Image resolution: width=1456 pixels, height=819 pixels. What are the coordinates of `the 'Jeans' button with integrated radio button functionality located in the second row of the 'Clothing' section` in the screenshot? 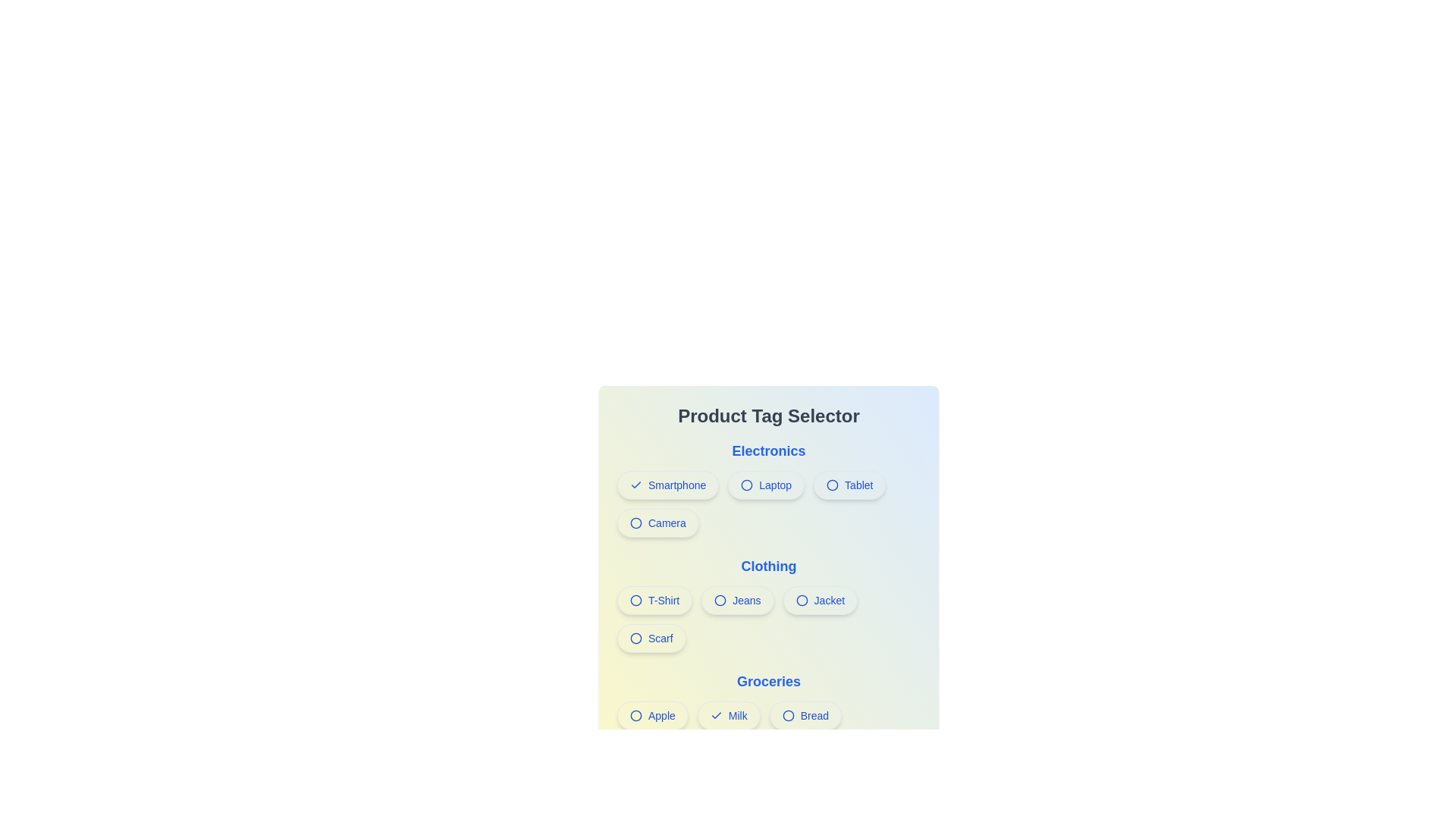 It's located at (737, 599).